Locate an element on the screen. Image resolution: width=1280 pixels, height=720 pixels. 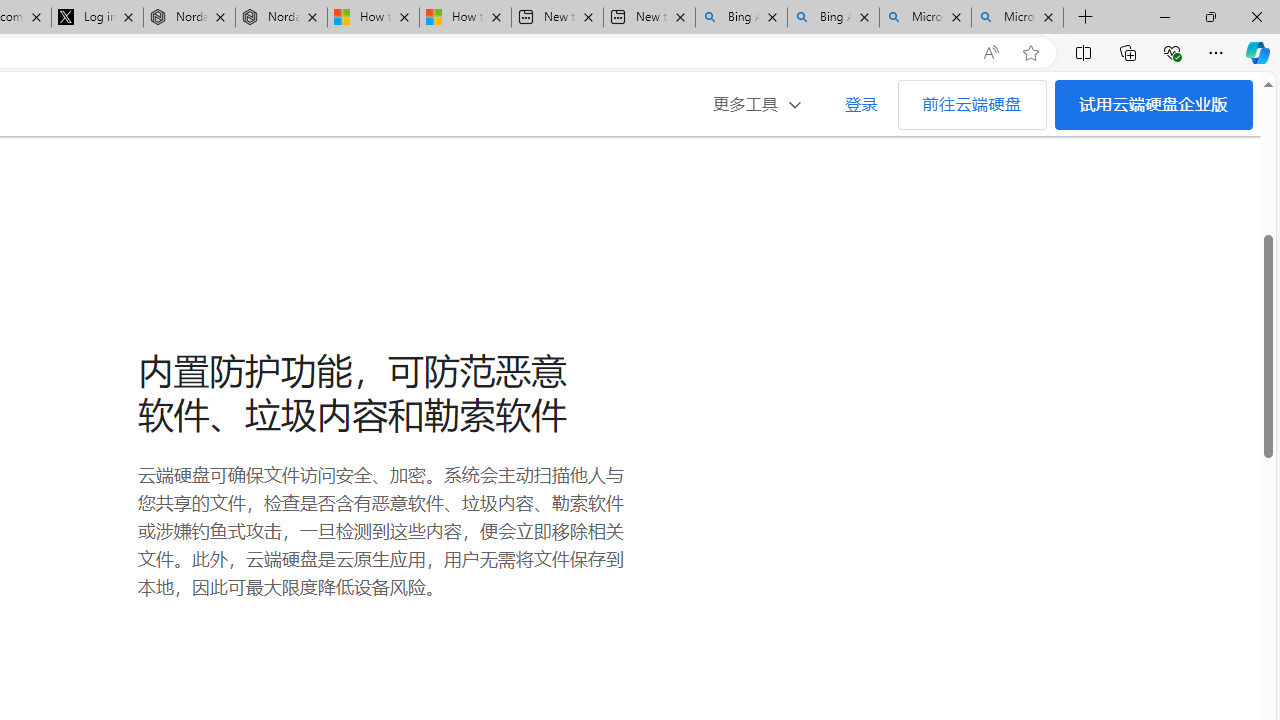
'Bing AI - Search' is located at coordinates (833, 17).